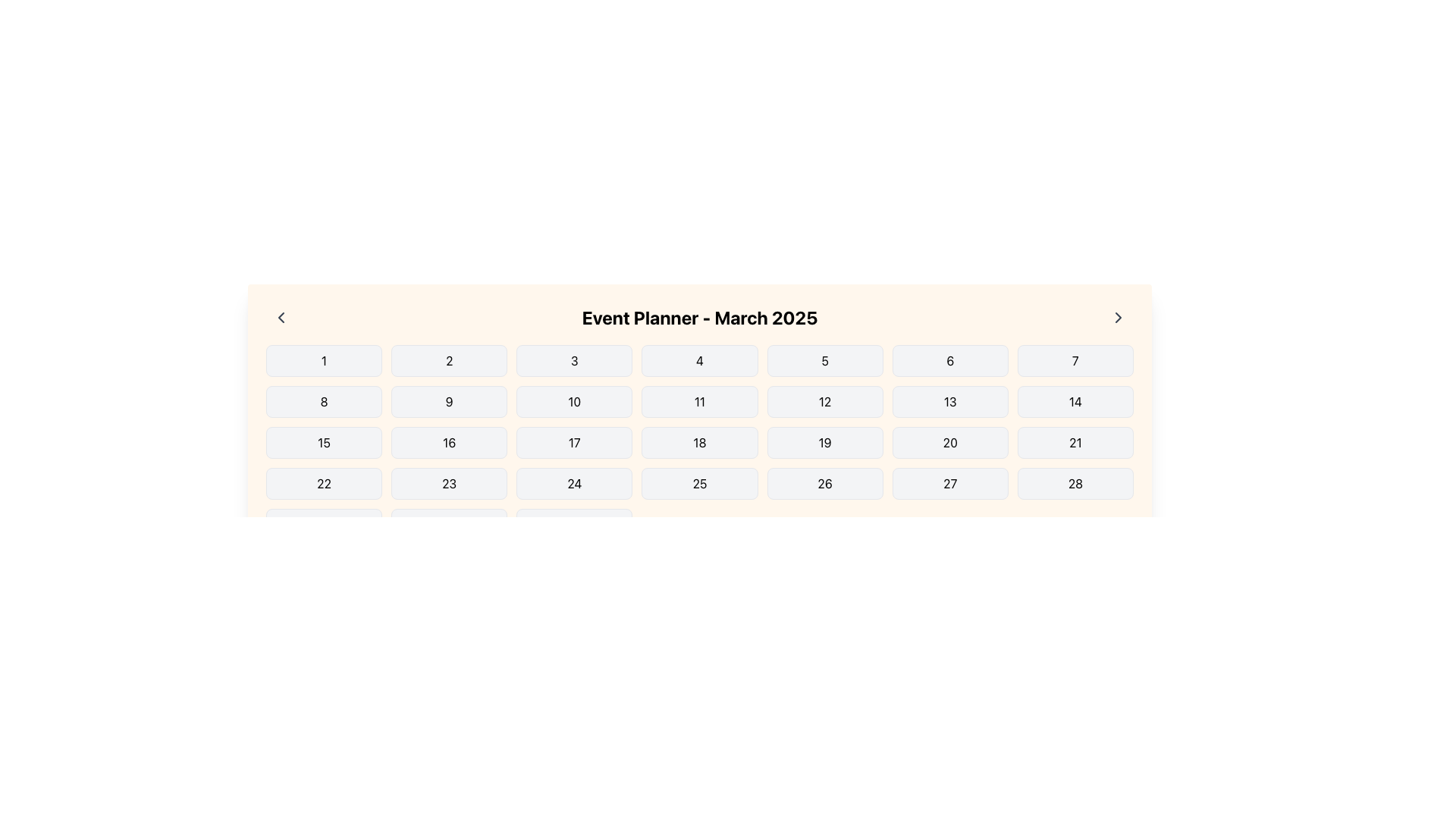  Describe the element at coordinates (949, 442) in the screenshot. I see `the date '20' button in the calendar view` at that location.